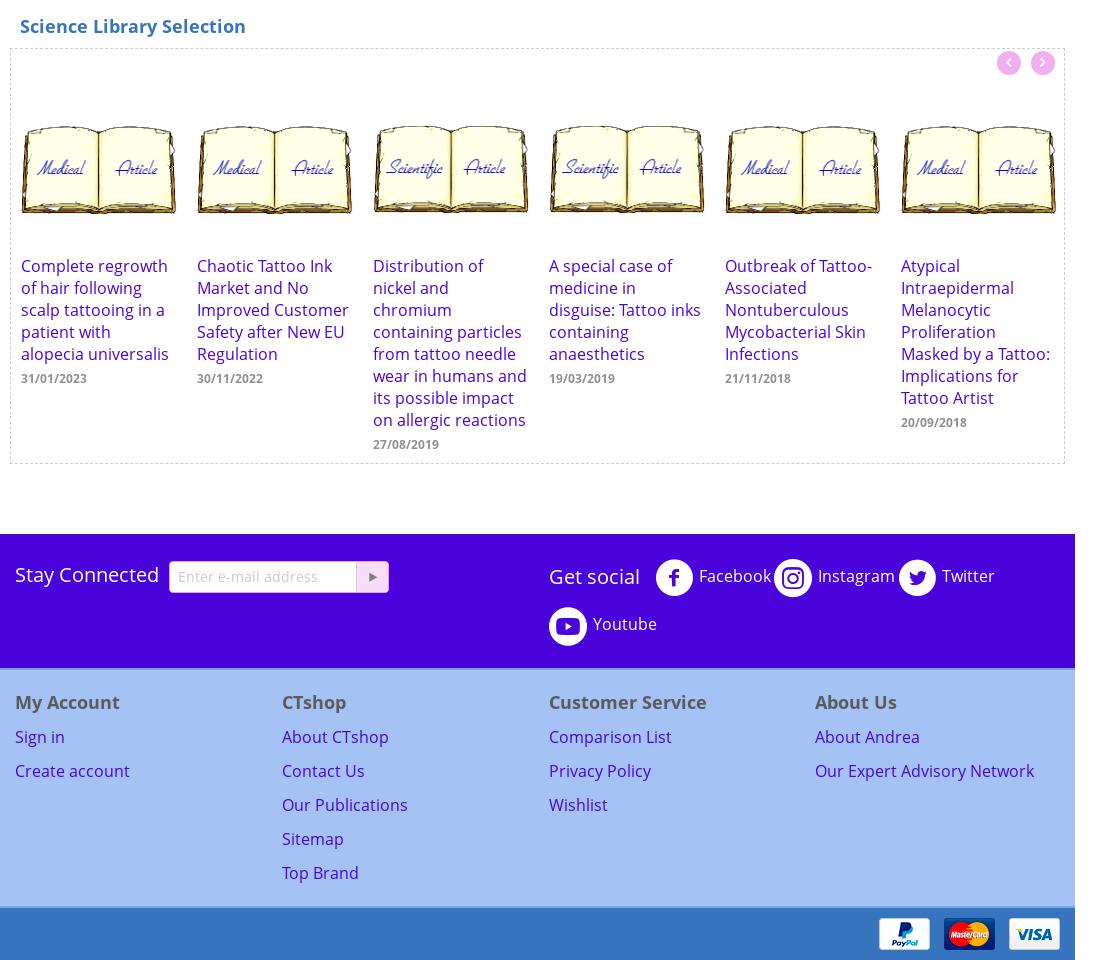 This screenshot has width=1096, height=960. Describe the element at coordinates (548, 769) in the screenshot. I see `'Privacy Policy'` at that location.